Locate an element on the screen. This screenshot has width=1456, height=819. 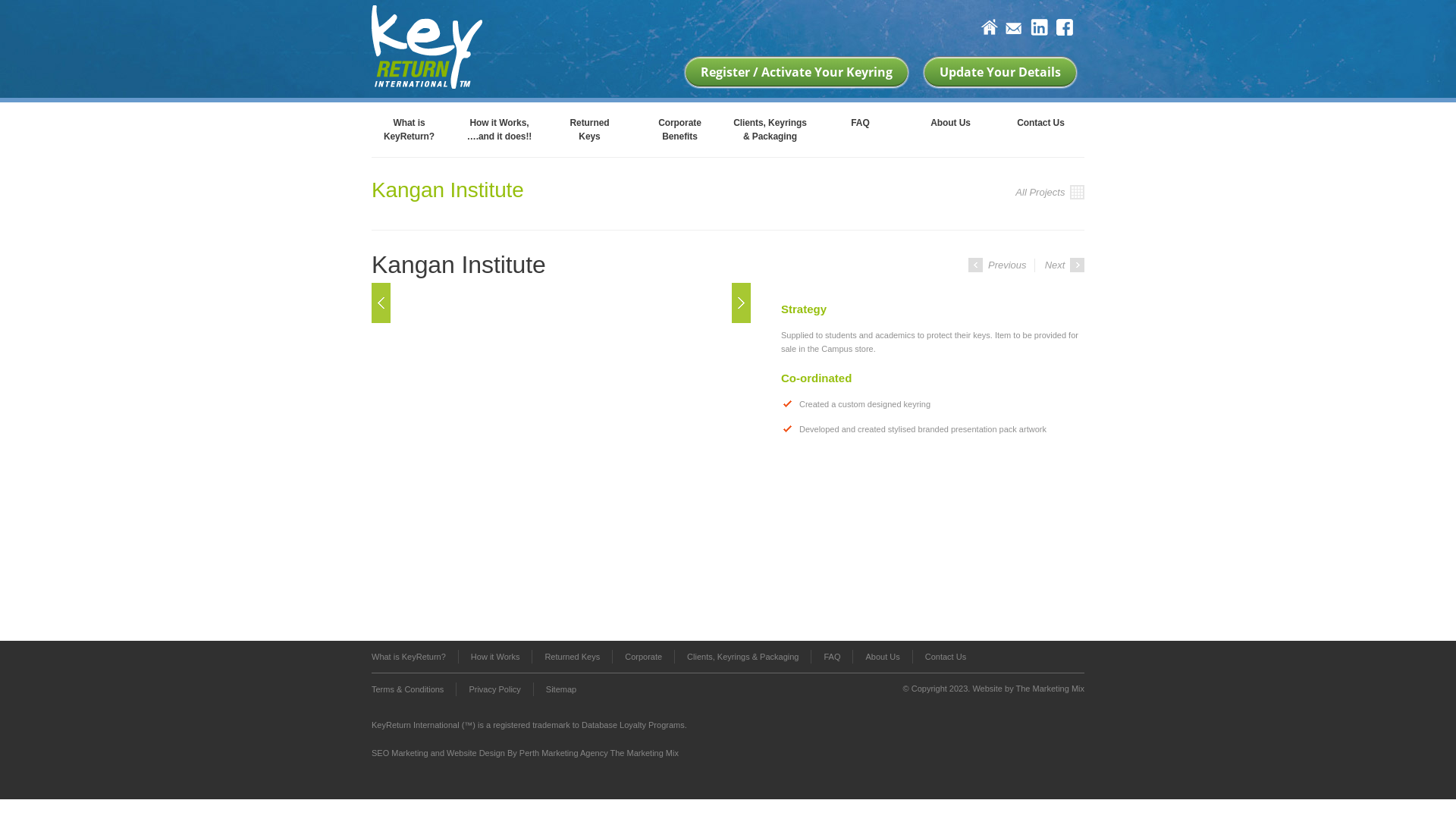
'Clients, Keyrings & Packaging' is located at coordinates (742, 656).